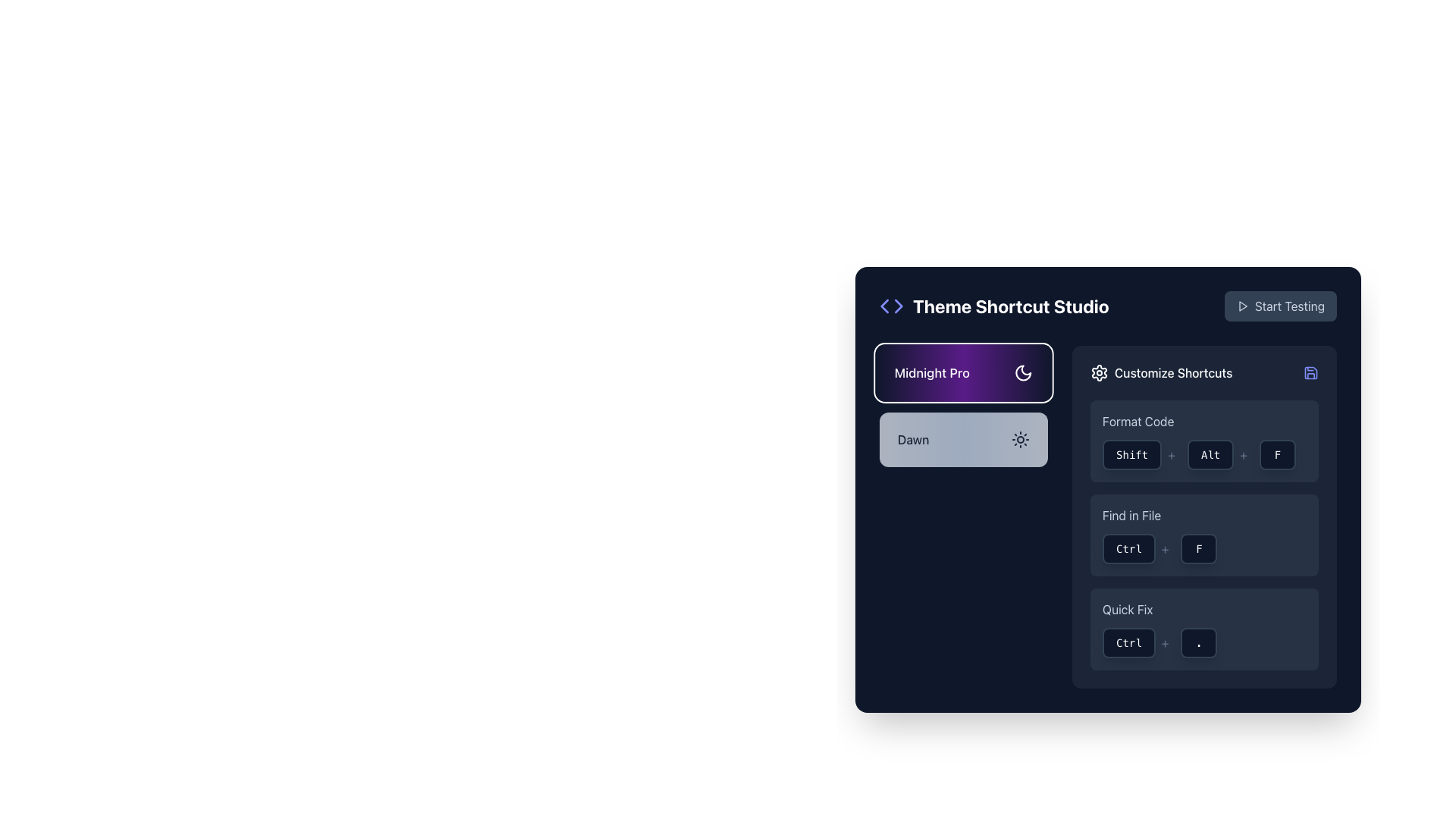 The height and width of the screenshot is (819, 1456). I want to click on the 'Ctrl' button-like label in the 'Quick Fix' section of the 'Customize Shortcuts' panel, which is the leftmost button in a horizontal group of shortcut elements, so click(1128, 643).